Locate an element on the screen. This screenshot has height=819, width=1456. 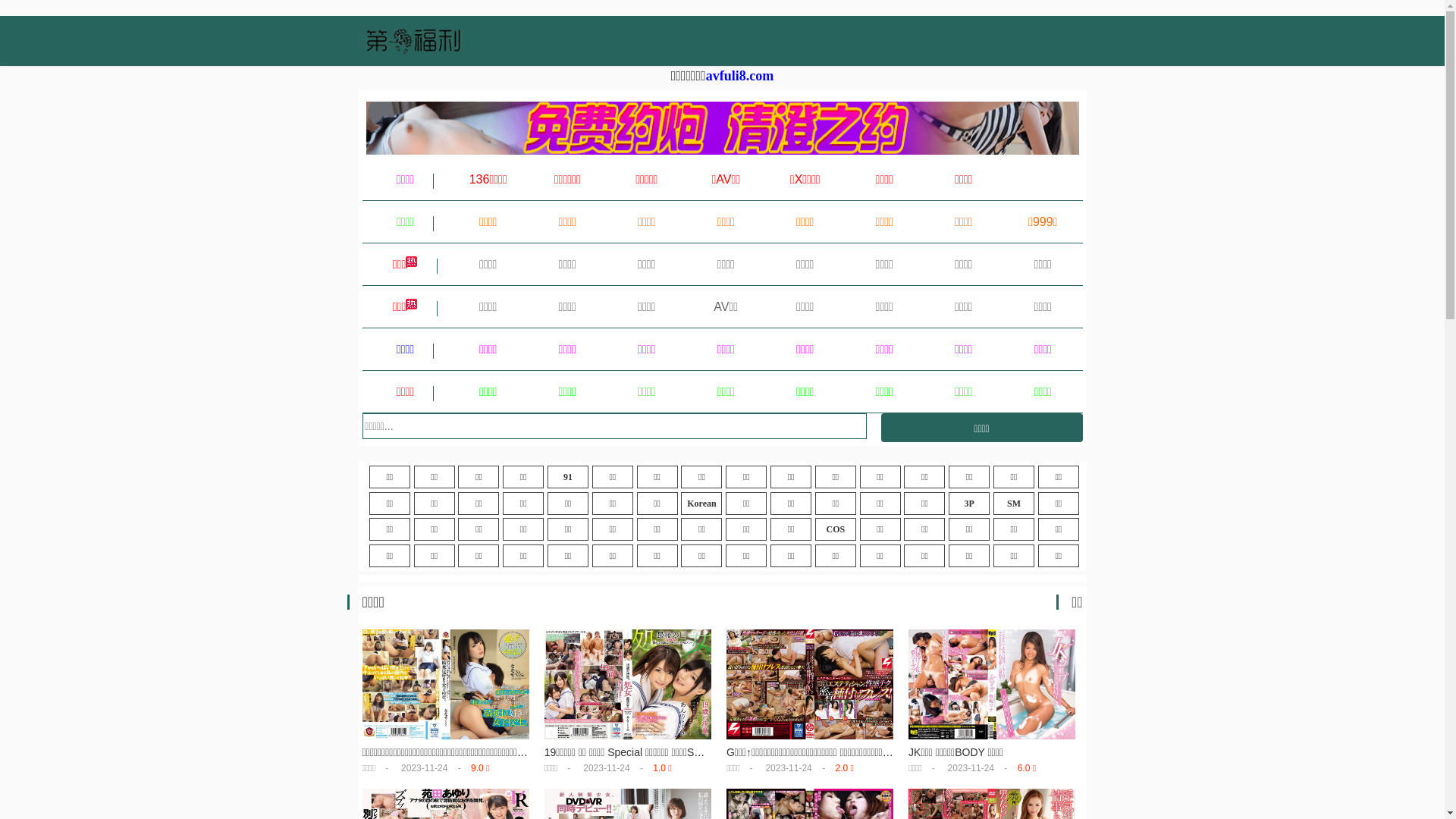
'SM' is located at coordinates (1014, 503).